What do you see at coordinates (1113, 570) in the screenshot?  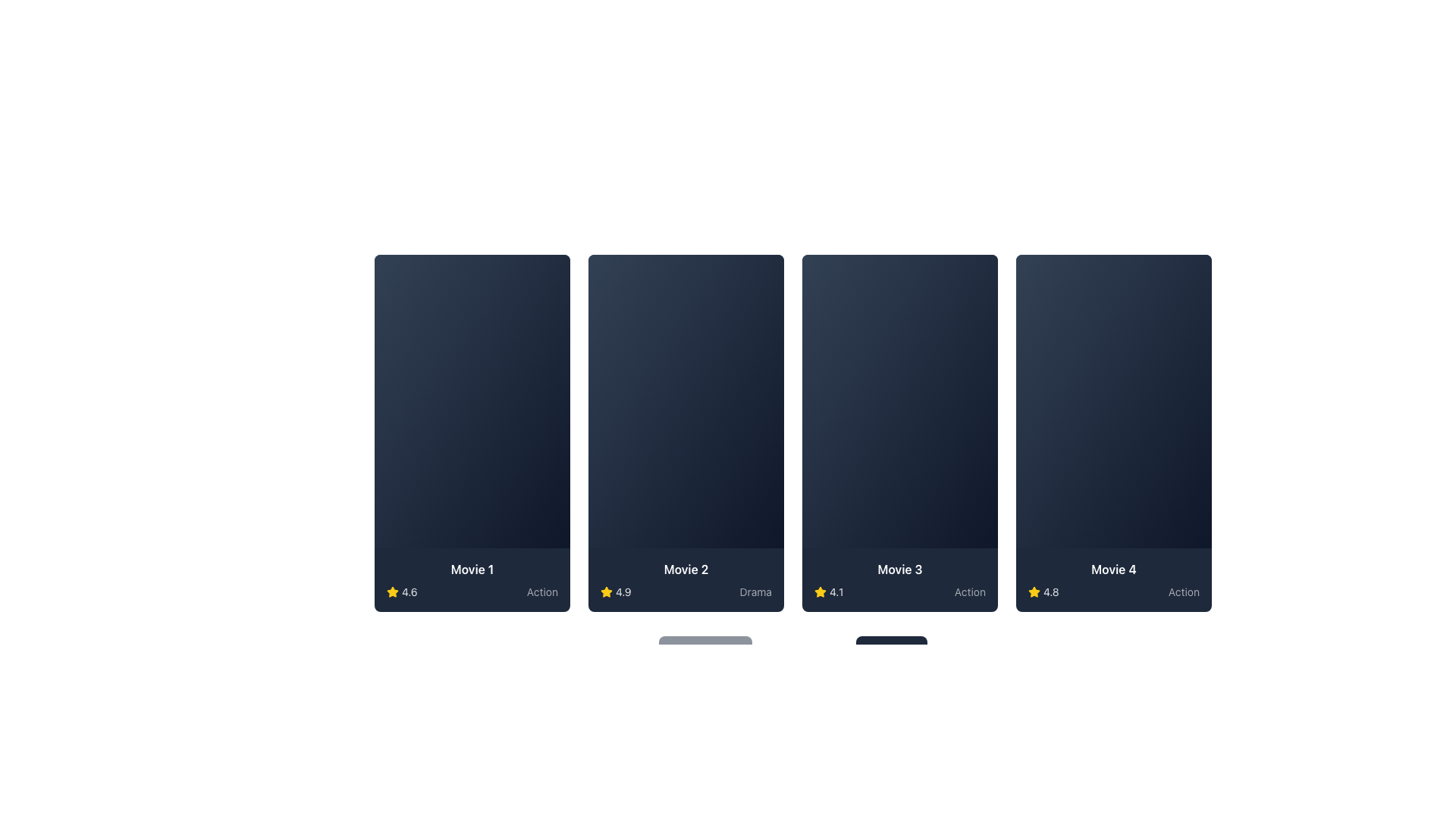 I see `the title text label of the fourth movie card, which identifies the movie in the interface and is located above the additional details like rating and genre` at bounding box center [1113, 570].